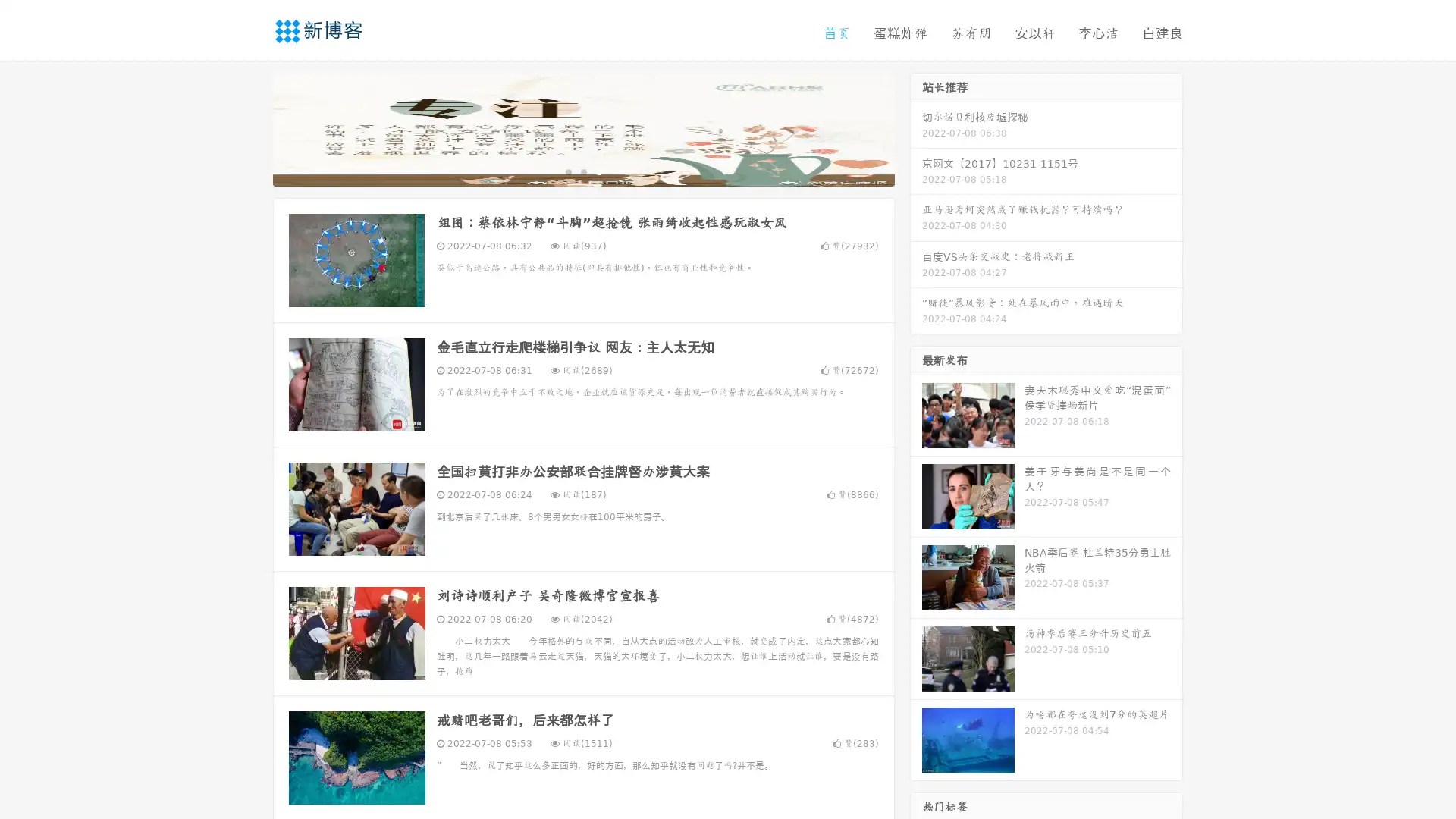 Image resolution: width=1456 pixels, height=819 pixels. I want to click on Go to slide 2, so click(582, 171).